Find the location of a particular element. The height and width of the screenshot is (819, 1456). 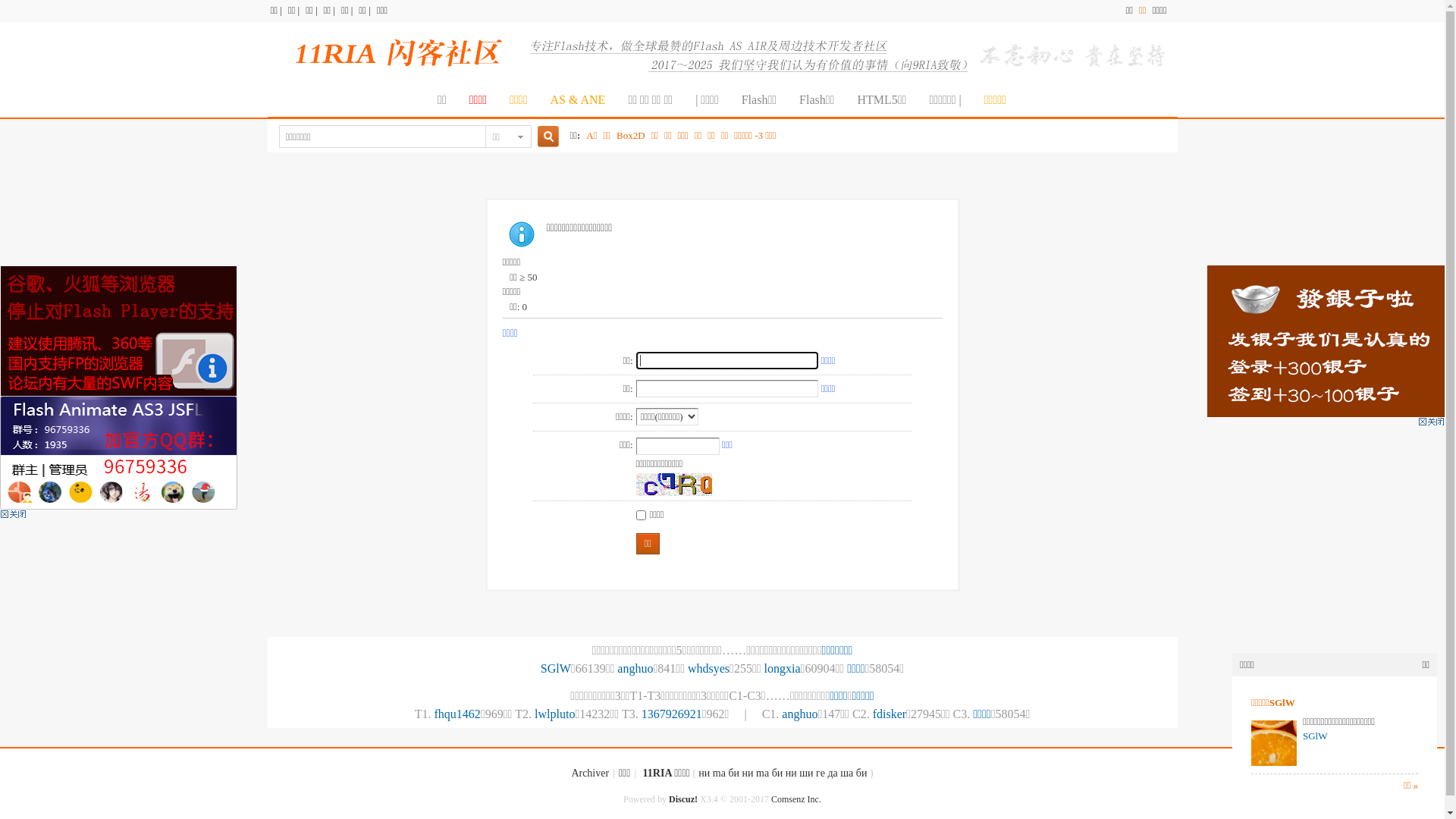

'Comsenz Inc.' is located at coordinates (795, 798).